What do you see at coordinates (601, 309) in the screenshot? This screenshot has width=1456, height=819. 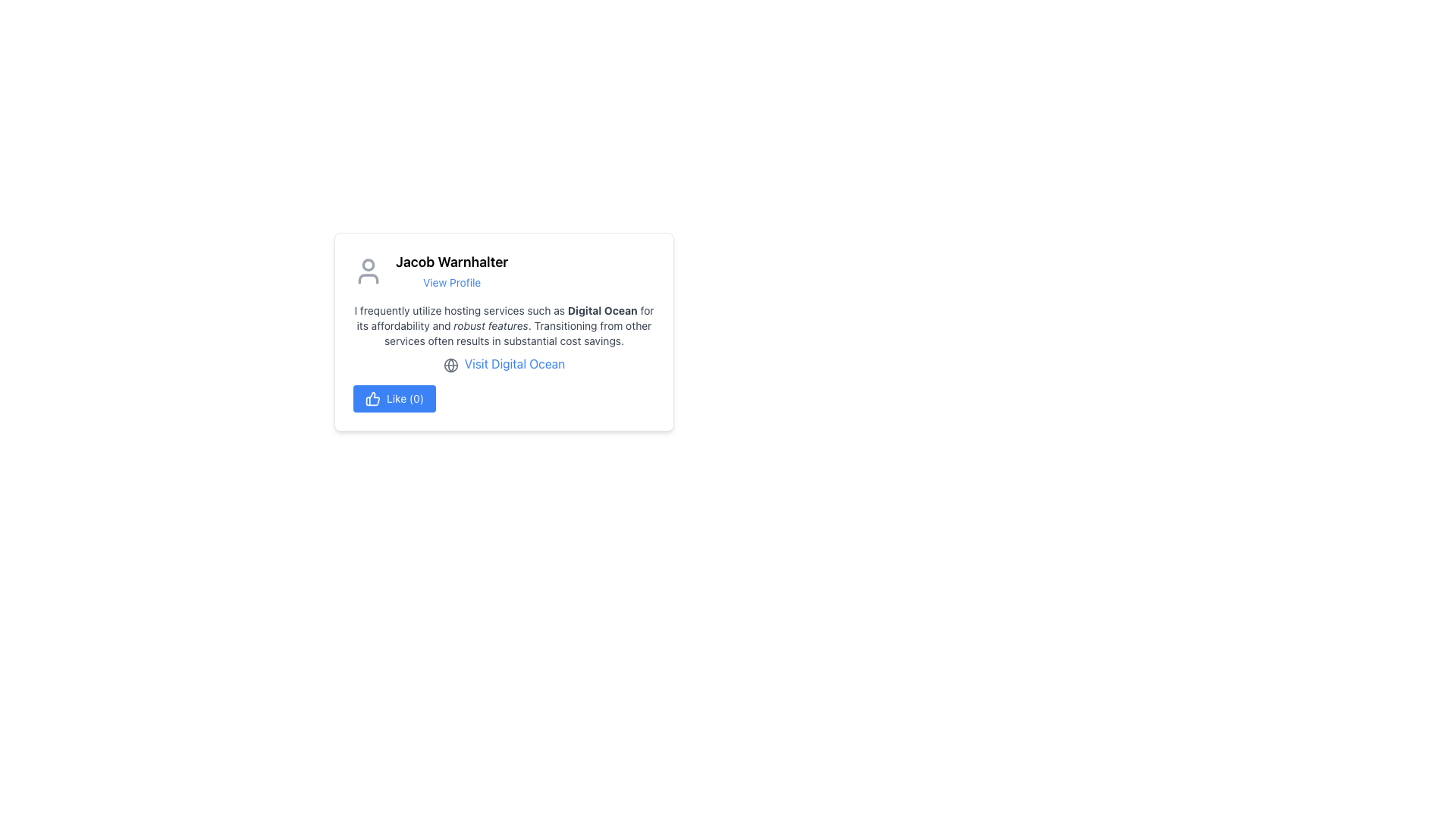 I see `bold text element 'Digital Ocean' which is the first bold phrase in the paragraph within the card-style UI component` at bounding box center [601, 309].